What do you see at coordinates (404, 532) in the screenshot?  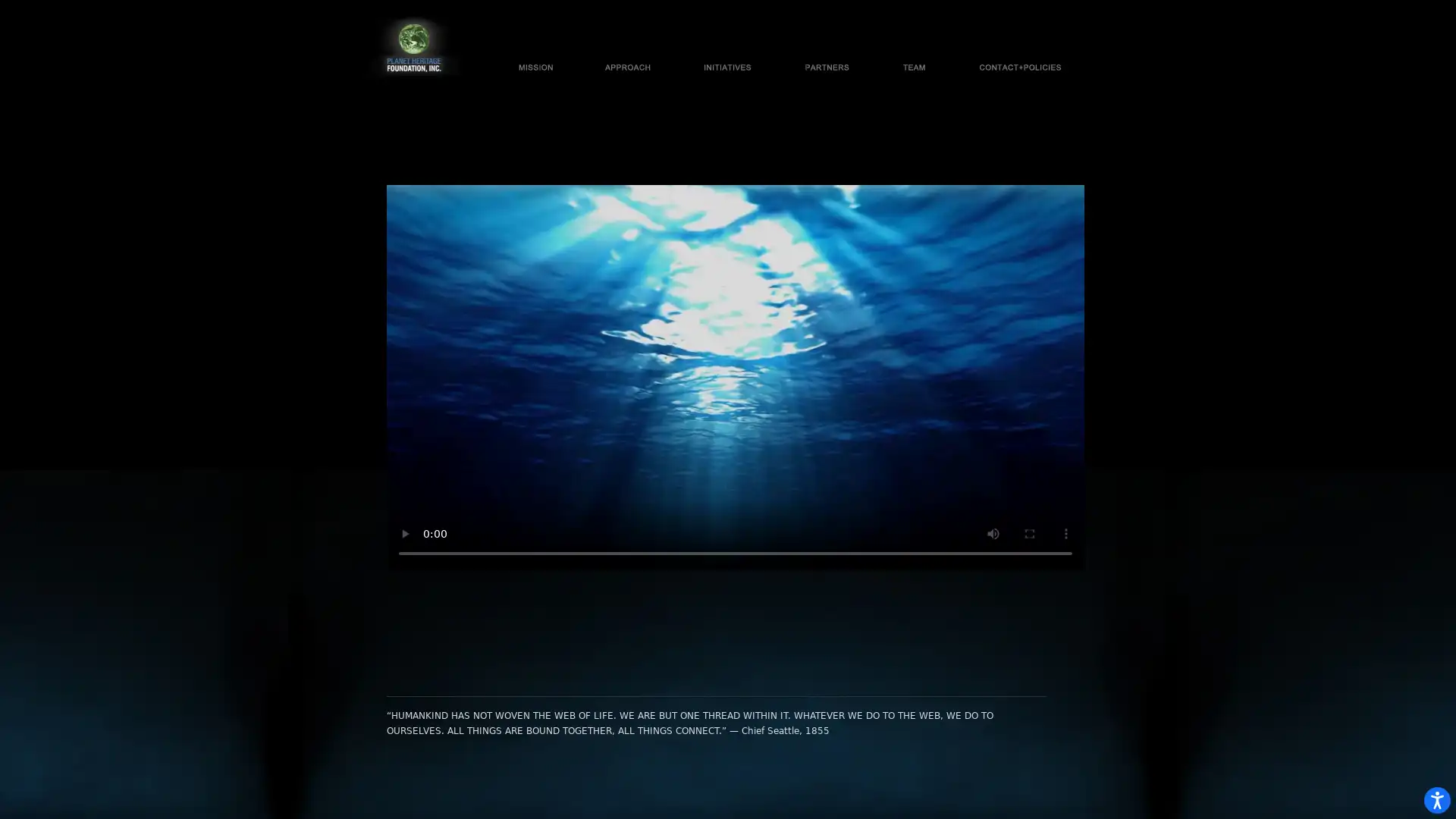 I see `play` at bounding box center [404, 532].